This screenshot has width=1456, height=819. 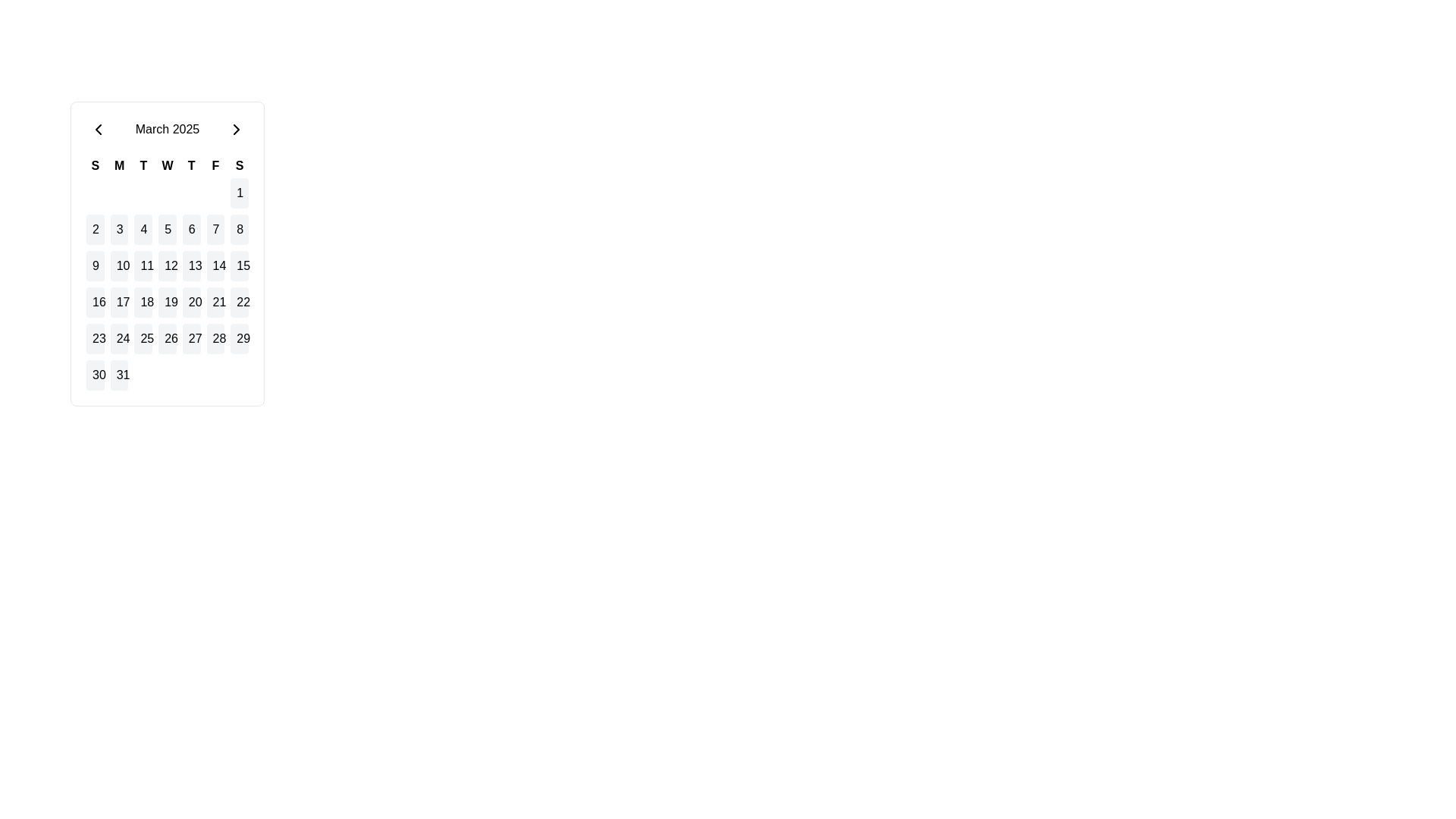 I want to click on the calendar date button displaying the number '15', which is styled with rounded corners and a light gray background, so click(x=239, y=265).